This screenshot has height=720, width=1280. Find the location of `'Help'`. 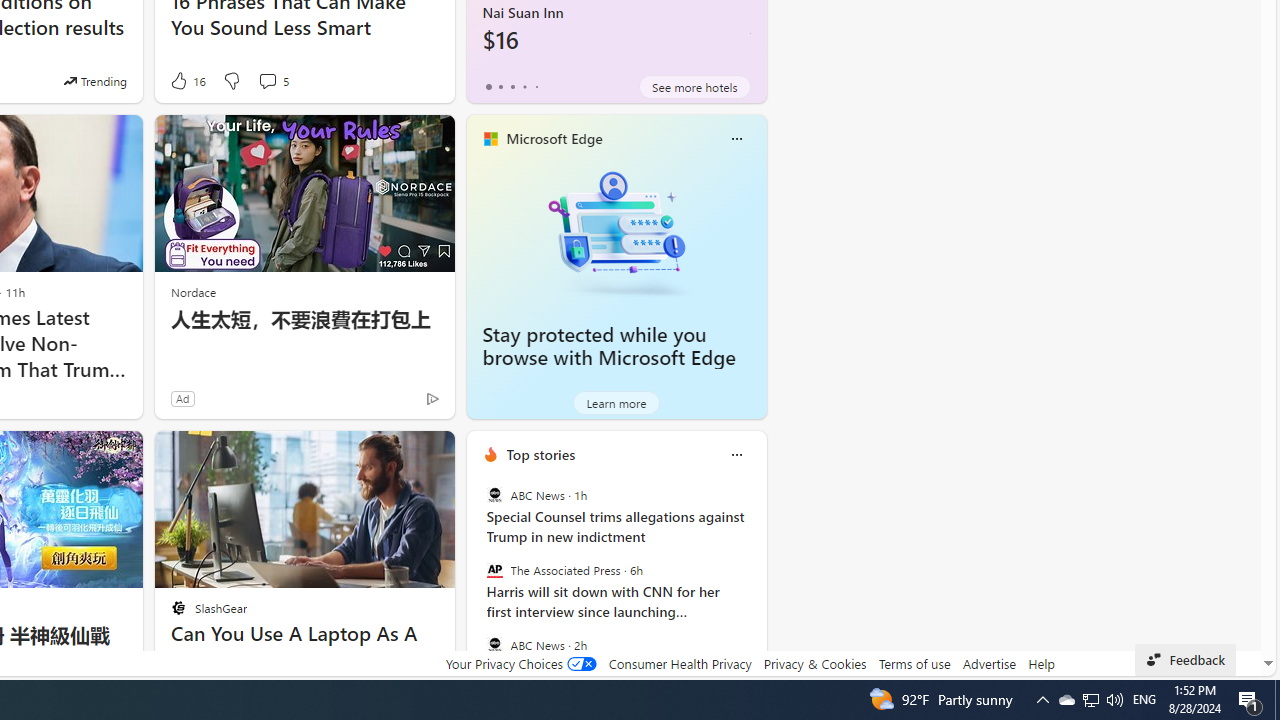

'Help' is located at coordinates (1040, 663).